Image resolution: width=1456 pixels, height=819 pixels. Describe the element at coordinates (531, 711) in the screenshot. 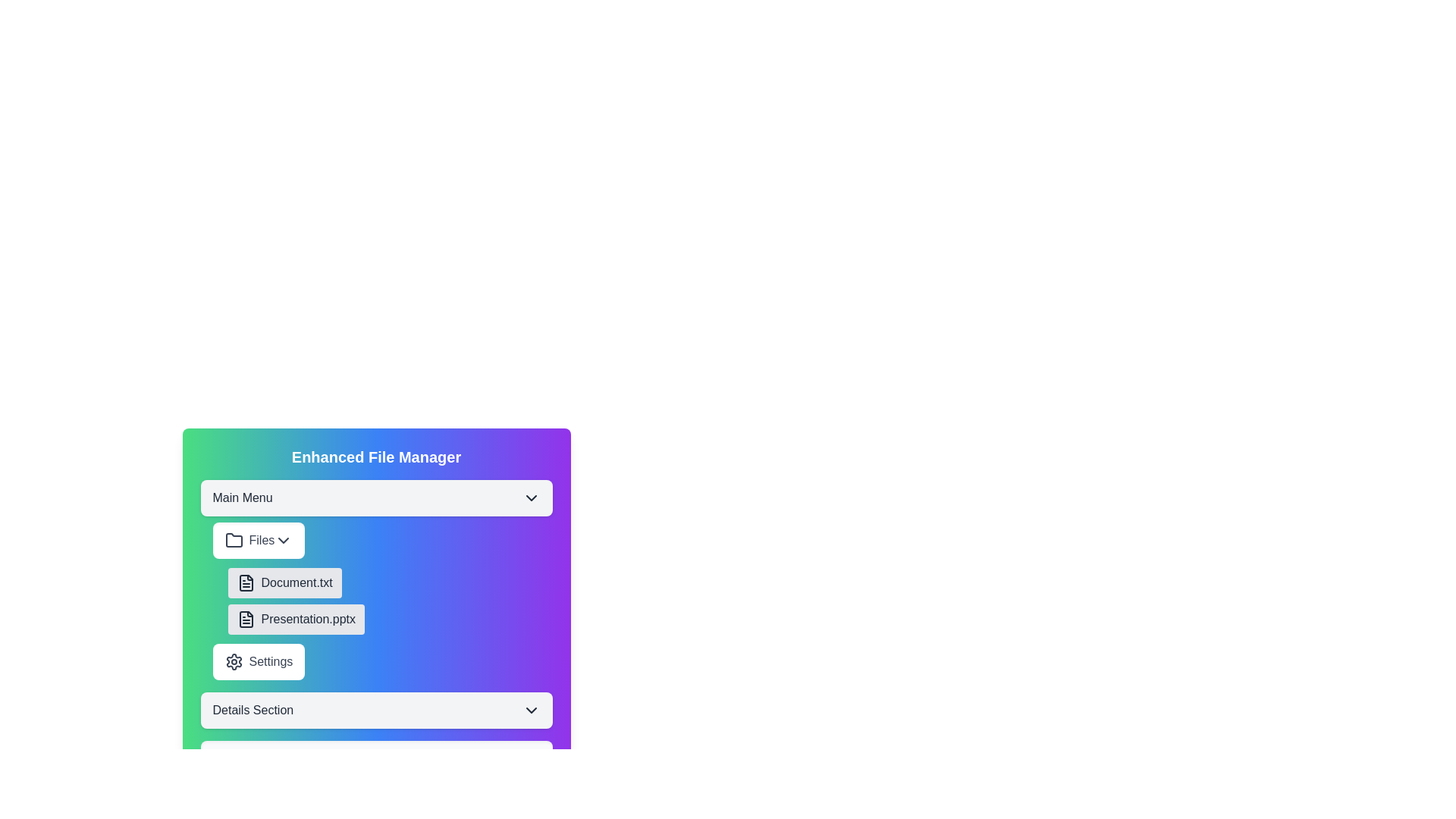

I see `the chevron-down dropdown toggle icon` at that location.